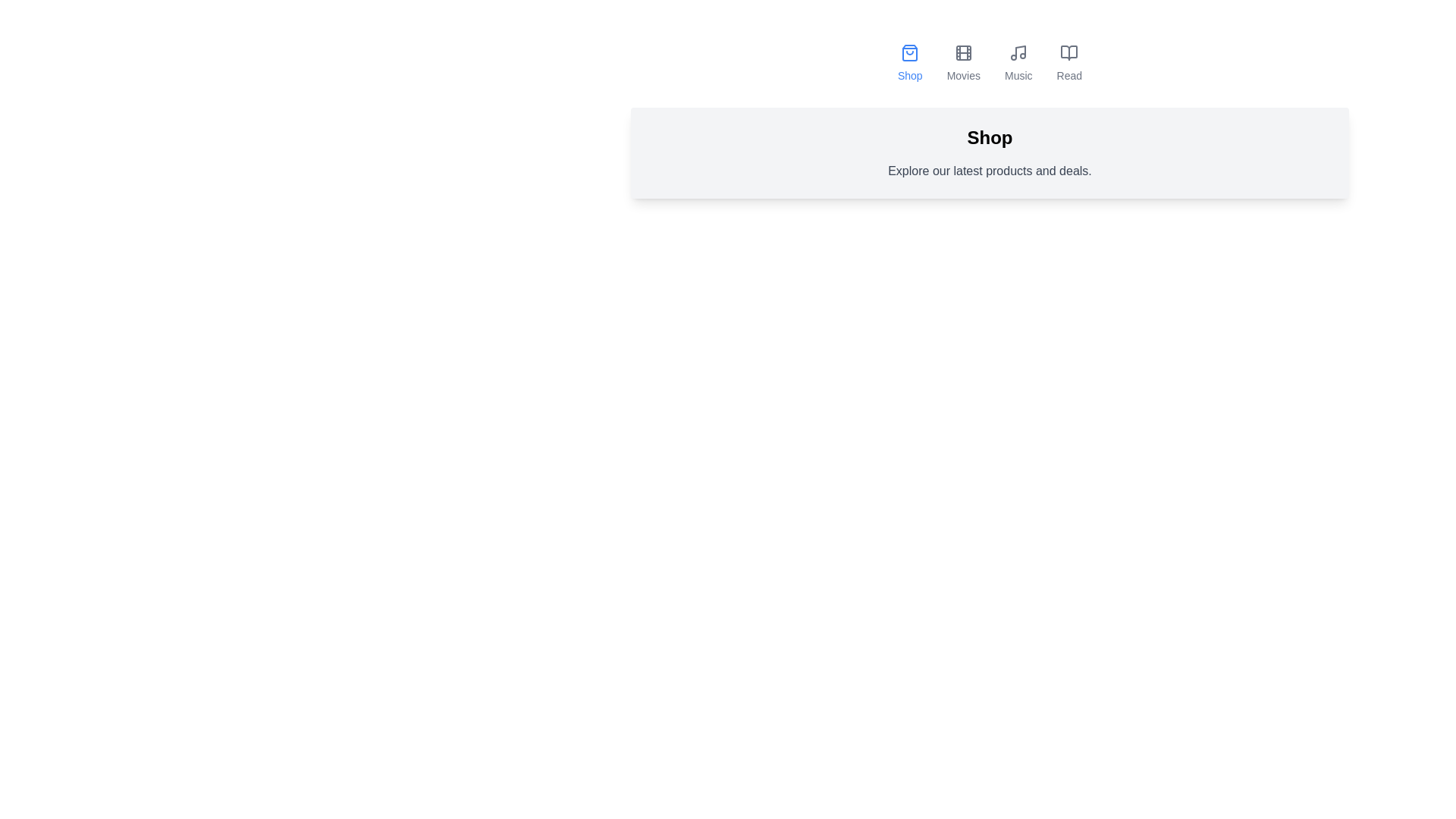 This screenshot has width=1456, height=819. I want to click on the tab labeled Shop to display its content, so click(910, 63).